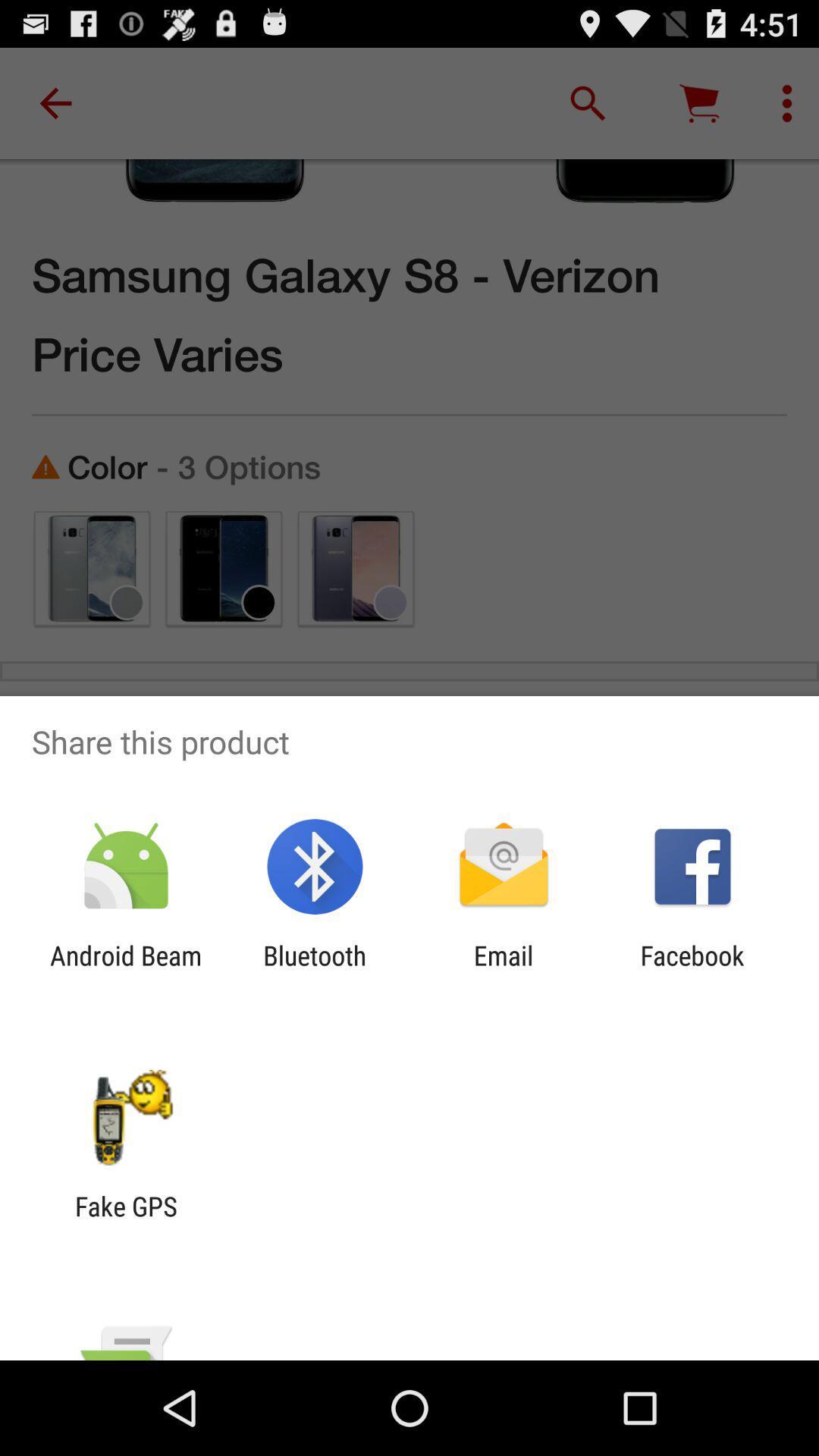 The width and height of the screenshot is (819, 1456). What do you see at coordinates (314, 971) in the screenshot?
I see `the icon next to the android beam icon` at bounding box center [314, 971].